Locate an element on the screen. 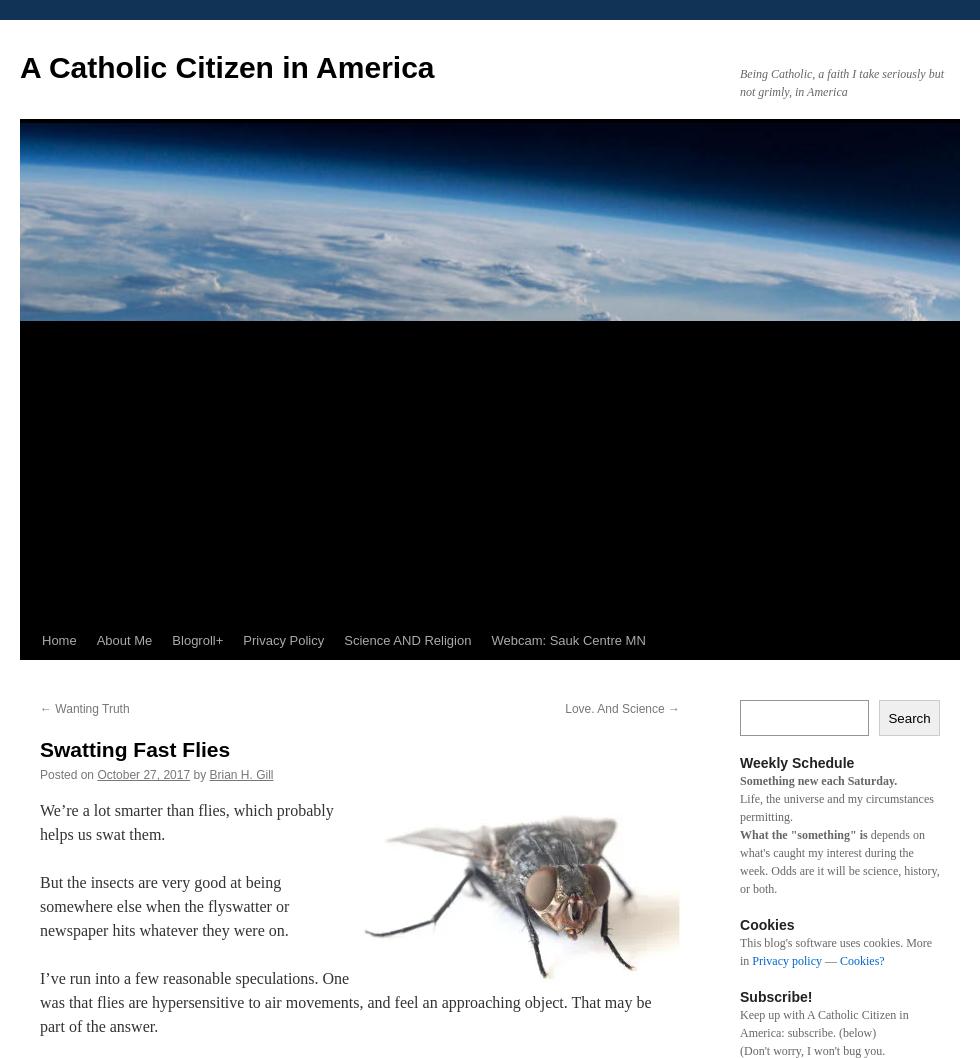  'Subscribe!' is located at coordinates (775, 995).